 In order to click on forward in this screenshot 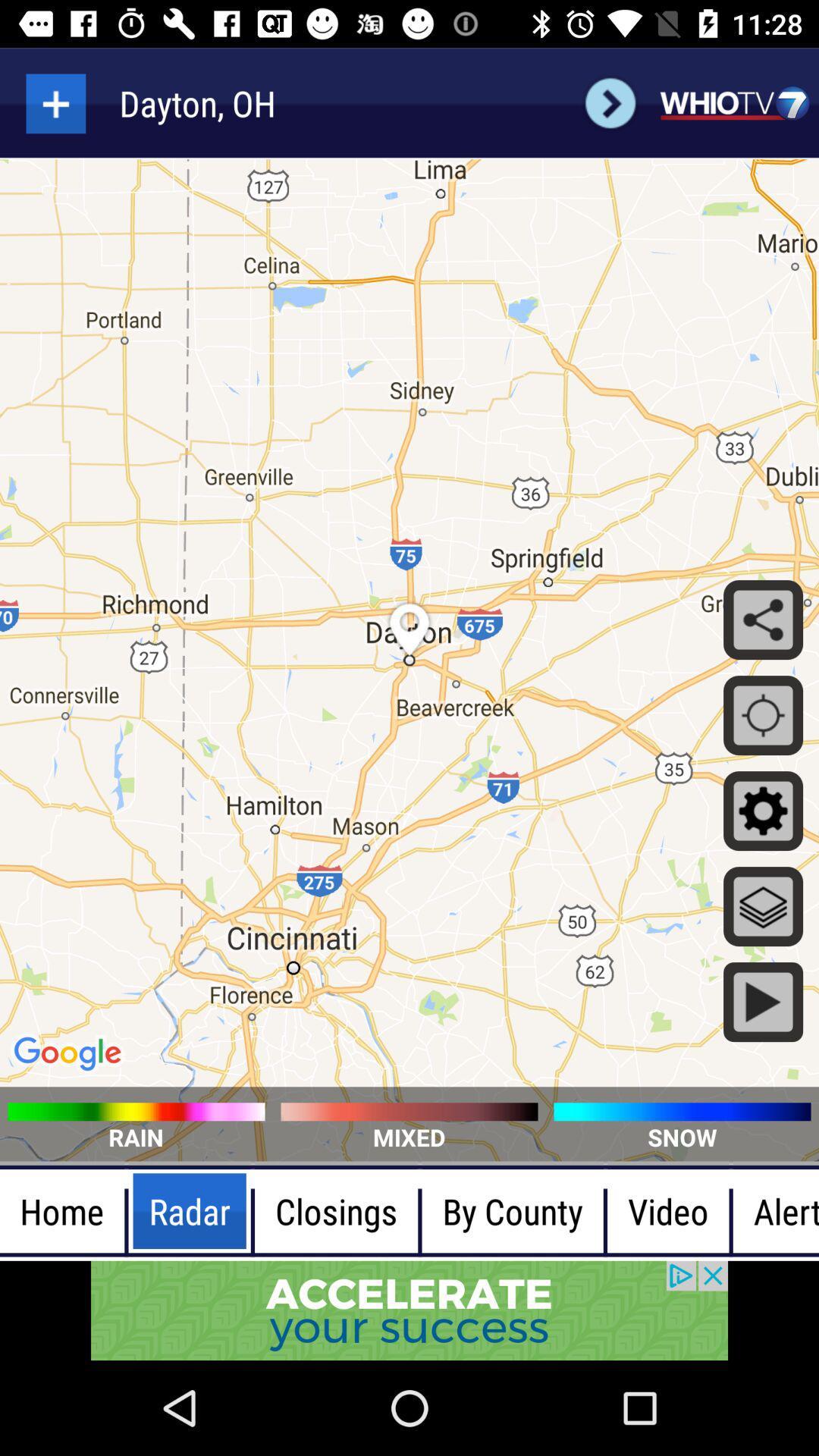, I will do `click(610, 102)`.